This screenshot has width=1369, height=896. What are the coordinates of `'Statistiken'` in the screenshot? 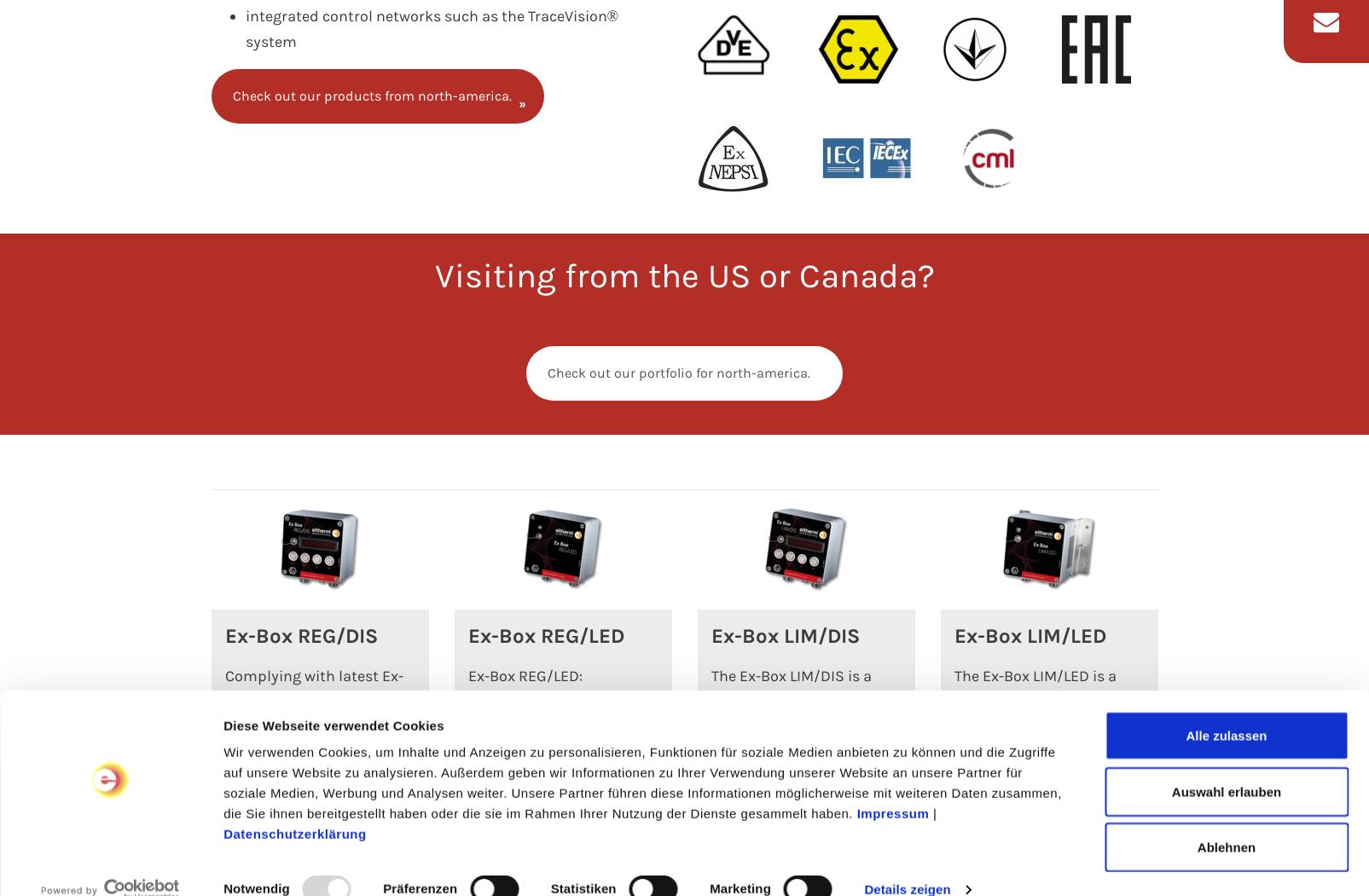 It's located at (583, 774).